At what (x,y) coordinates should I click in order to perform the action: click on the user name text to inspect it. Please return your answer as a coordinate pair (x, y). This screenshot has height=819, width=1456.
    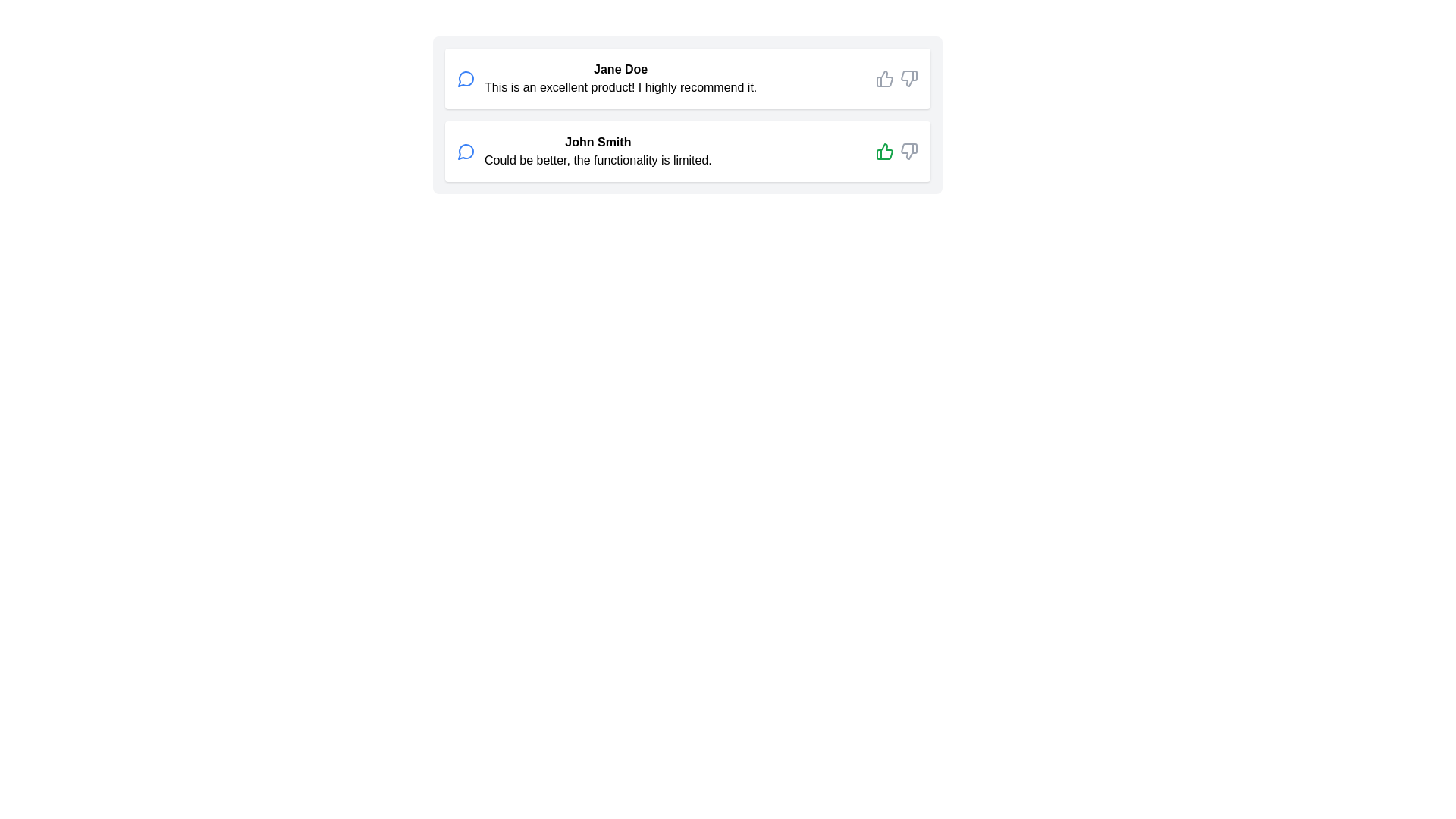
    Looking at the image, I should click on (620, 70).